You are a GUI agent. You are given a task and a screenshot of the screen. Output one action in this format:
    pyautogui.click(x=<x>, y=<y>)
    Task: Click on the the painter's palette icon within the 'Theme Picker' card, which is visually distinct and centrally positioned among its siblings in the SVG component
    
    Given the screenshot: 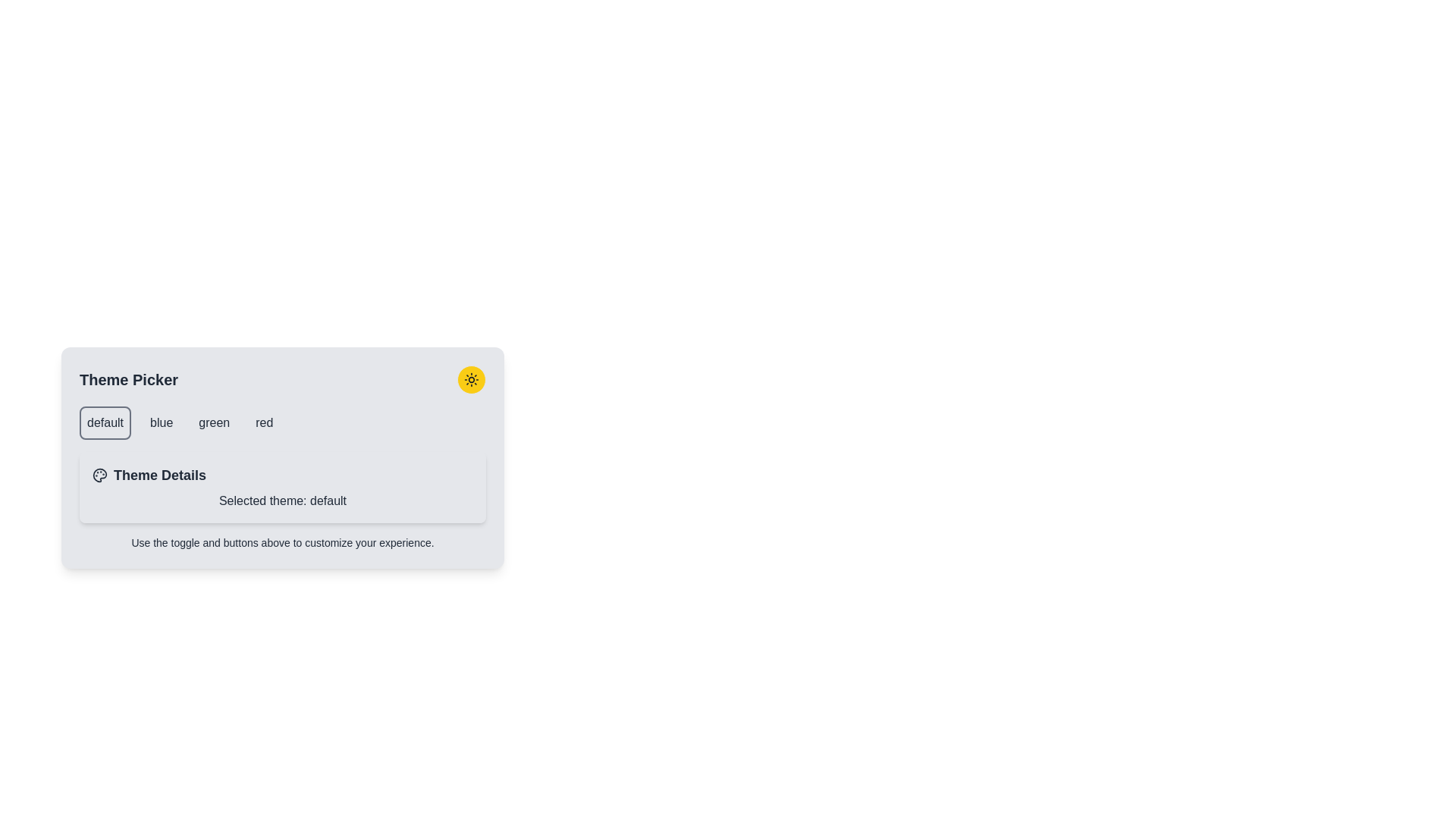 What is the action you would take?
    pyautogui.click(x=99, y=475)
    